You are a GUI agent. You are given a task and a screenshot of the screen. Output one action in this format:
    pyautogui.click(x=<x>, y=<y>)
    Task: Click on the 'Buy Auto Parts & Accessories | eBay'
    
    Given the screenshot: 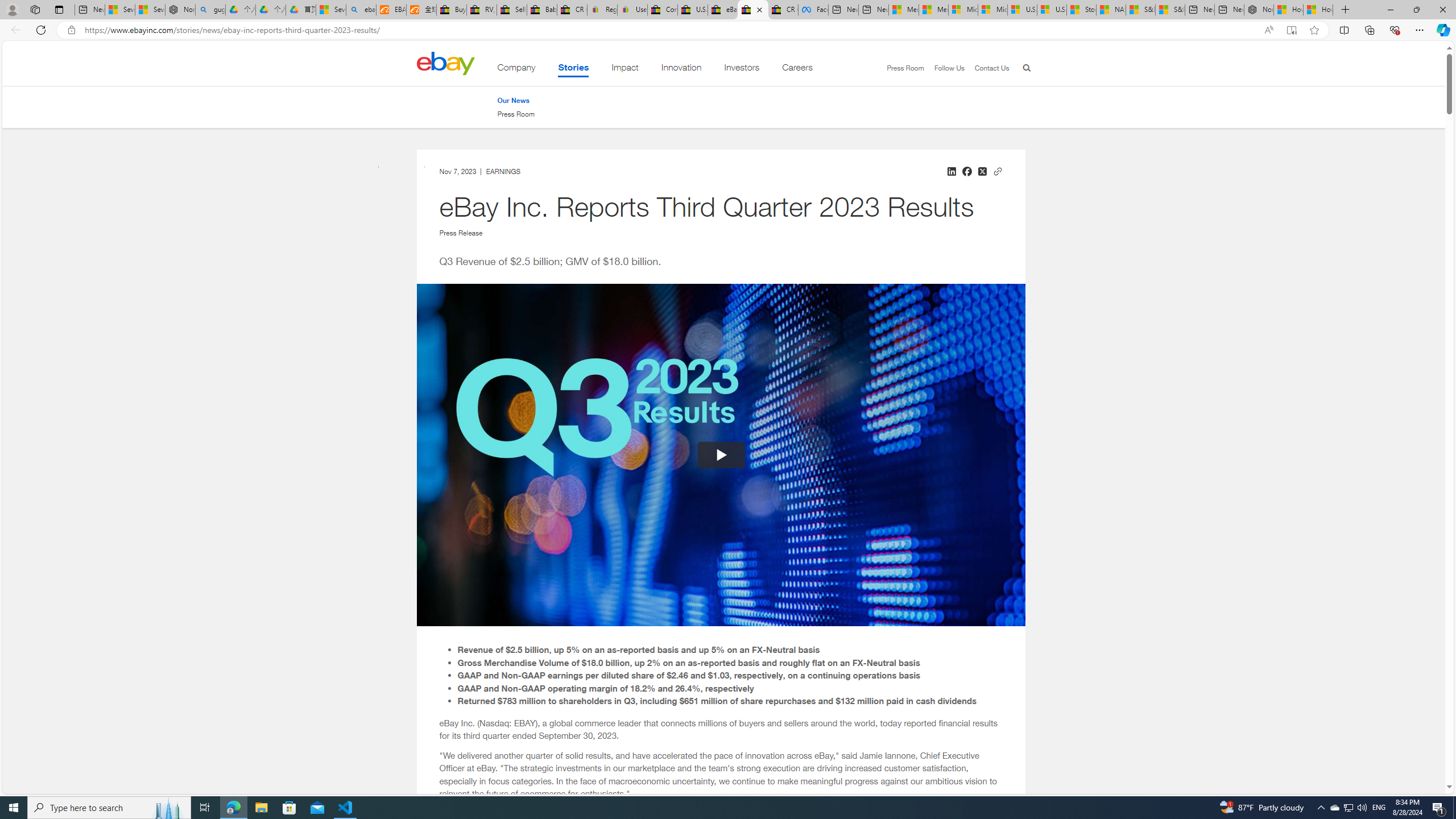 What is the action you would take?
    pyautogui.click(x=450, y=9)
    